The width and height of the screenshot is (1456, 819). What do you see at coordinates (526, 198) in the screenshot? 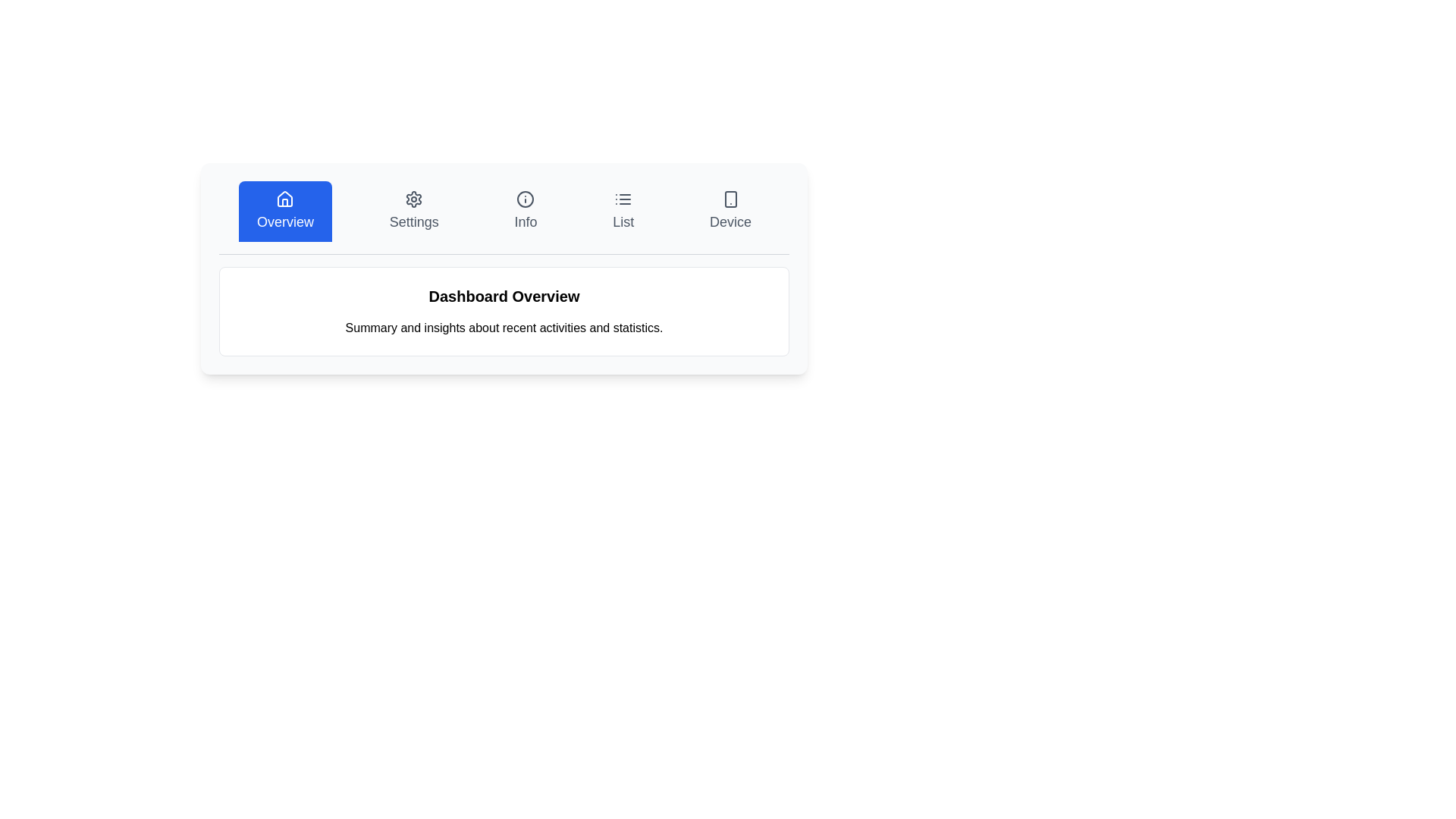
I see `the SVG Circle Element located in the Info tab of the navigation bar, which visually represents informational or alert cues` at bounding box center [526, 198].